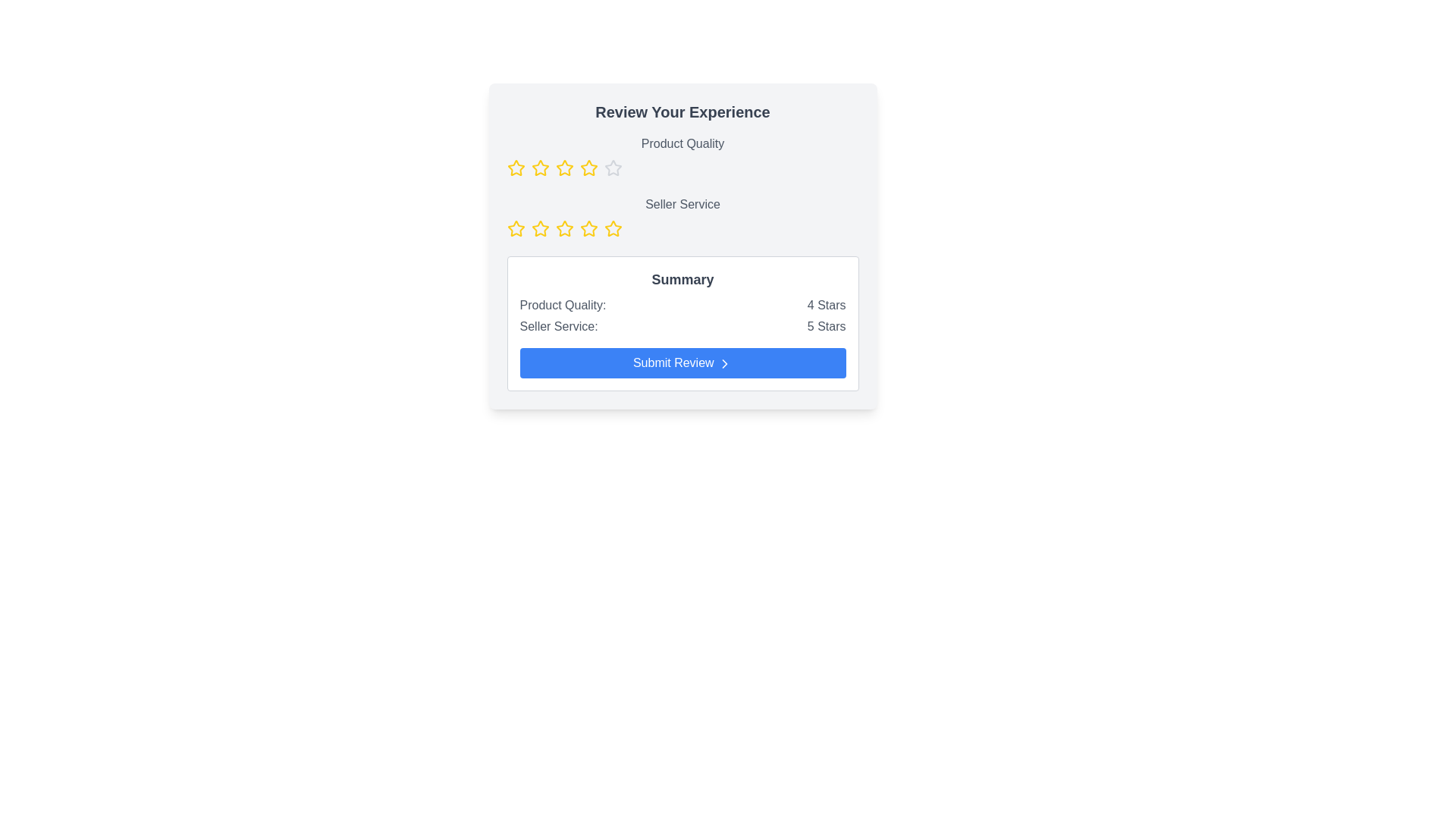  I want to click on the yellow star-shaped icon used for rating purposes, which is the second star in a row of five stars under the 'Product Quality' label, so click(540, 168).